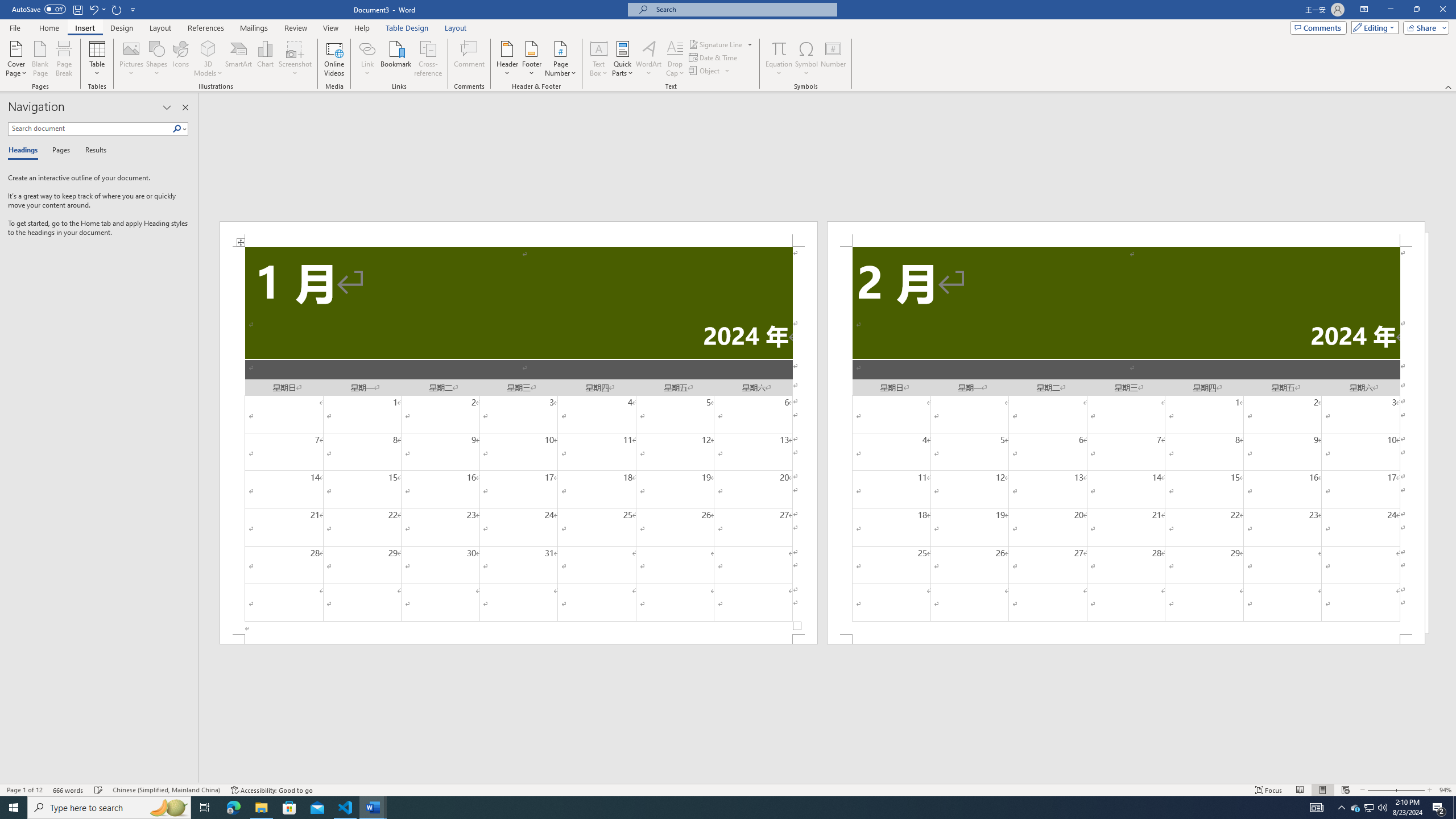 This screenshot has height=819, width=1456. What do you see at coordinates (1126, 440) in the screenshot?
I see `'Page 2 content'` at bounding box center [1126, 440].